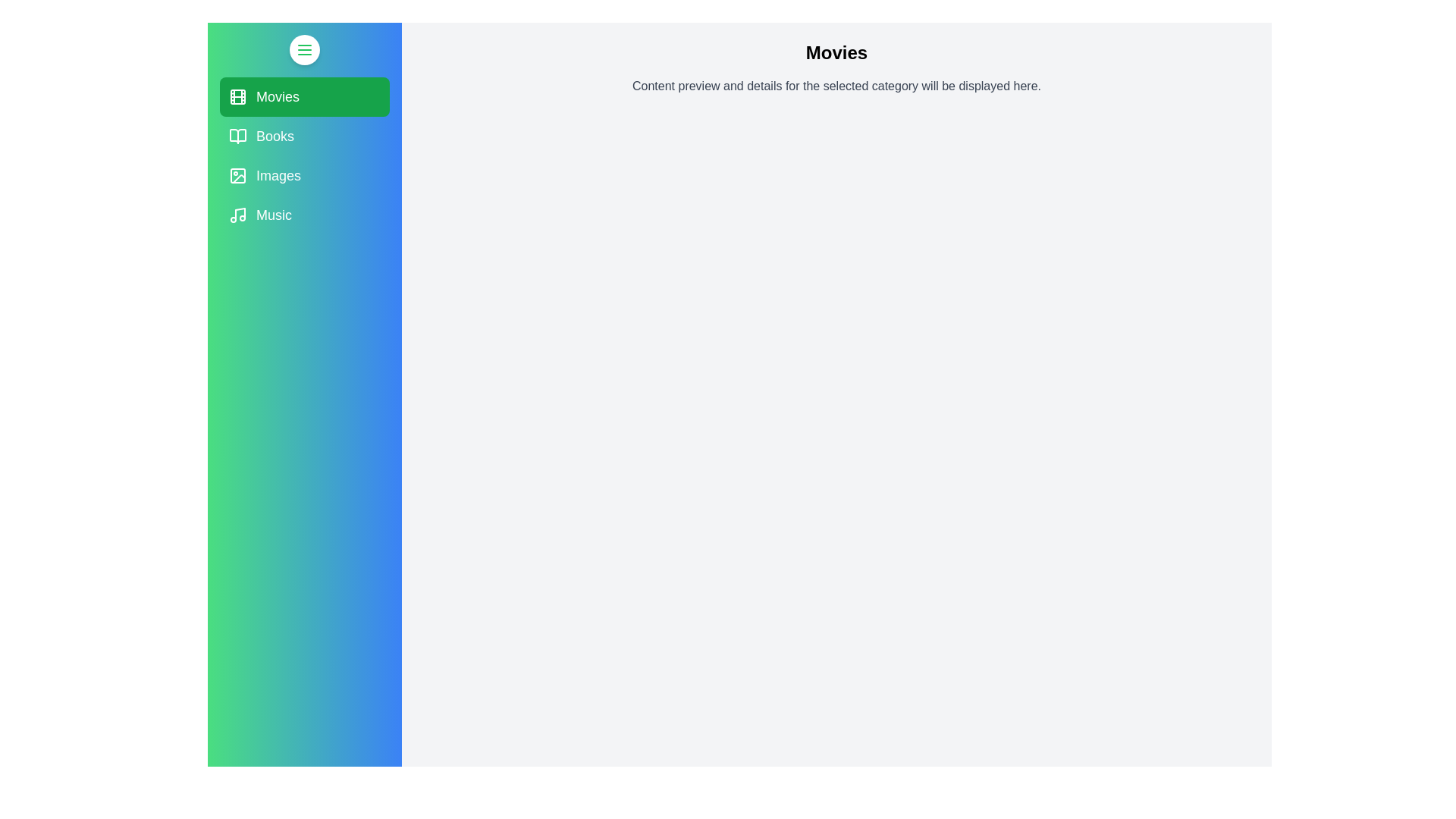  Describe the element at coordinates (304, 215) in the screenshot. I see `the category Music to observe the hover effect` at that location.